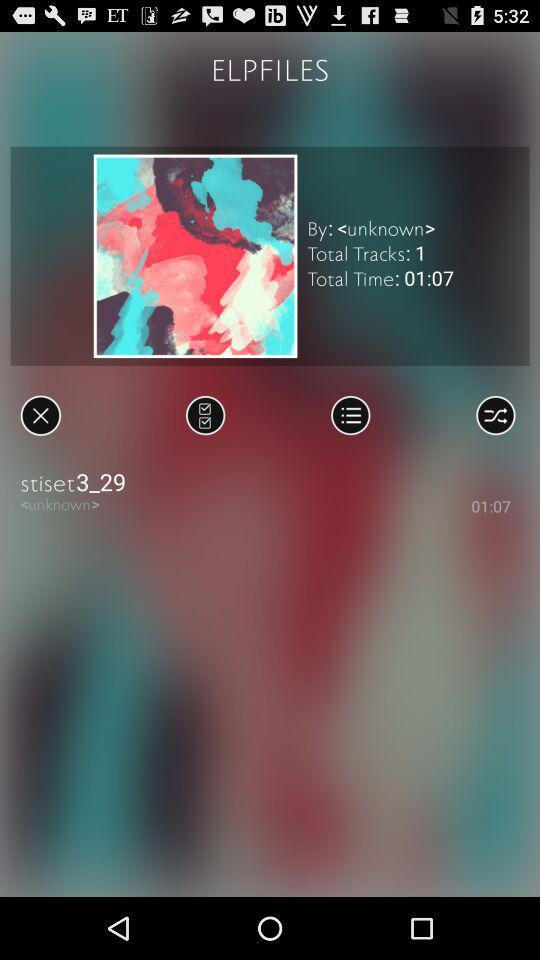 The image size is (540, 960). I want to click on the list icon, so click(349, 444).